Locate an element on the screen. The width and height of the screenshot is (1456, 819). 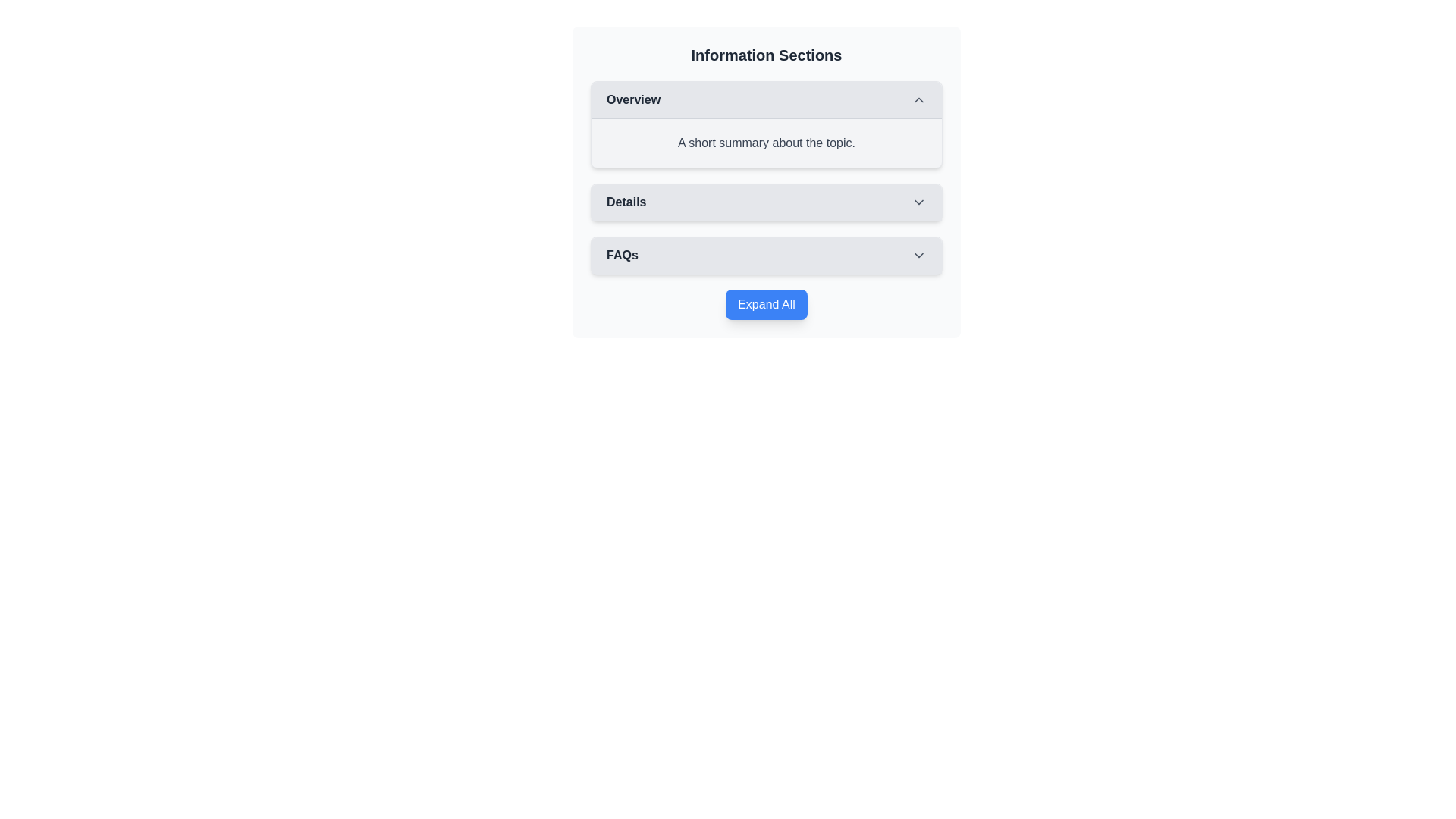
the 'Overview' collapsible section, which features a rounded rectangular box with a light gray background and a chevron indicating its collapsible state is located at coordinates (767, 124).